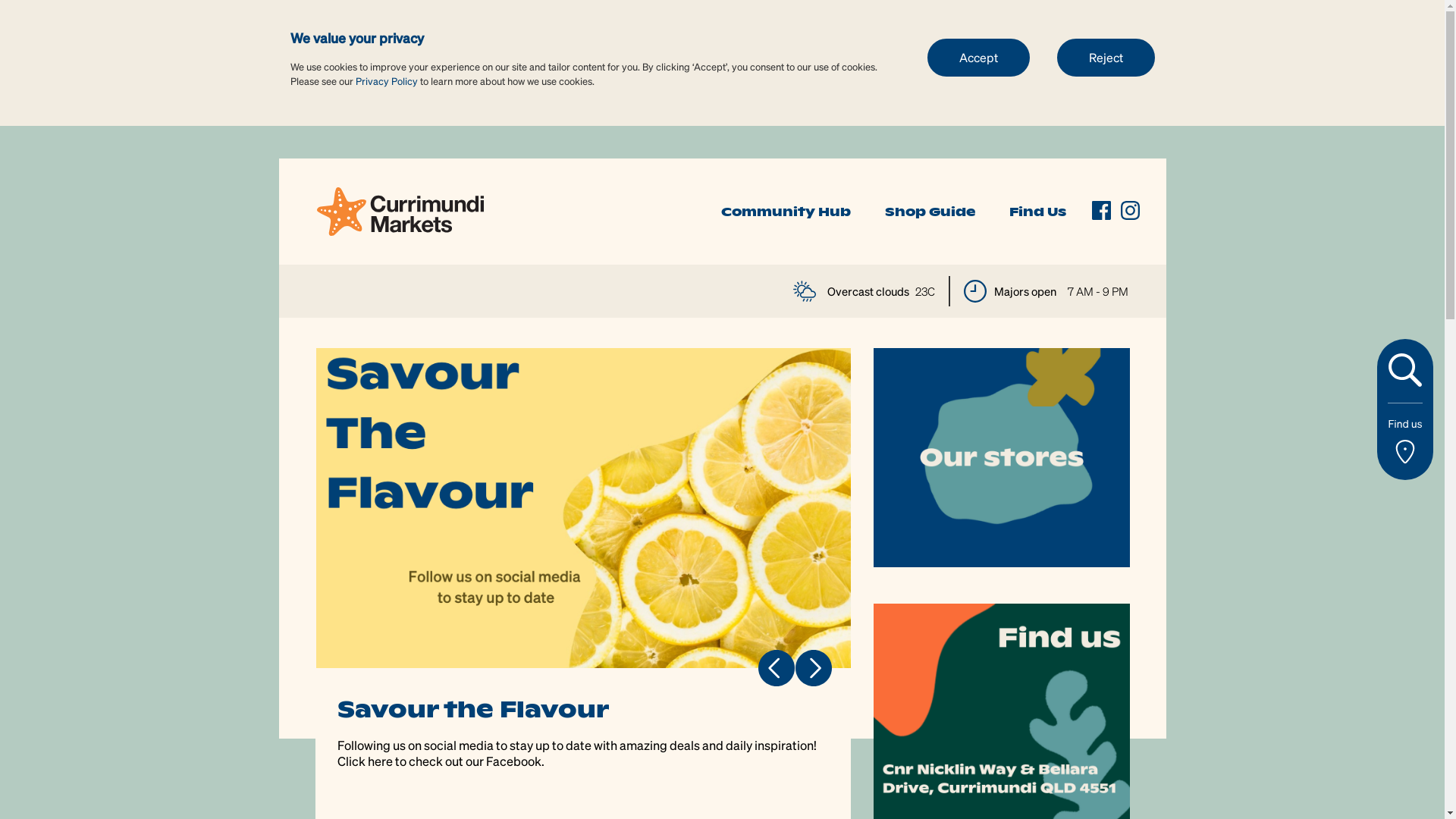  I want to click on 'Reject', so click(1056, 55).